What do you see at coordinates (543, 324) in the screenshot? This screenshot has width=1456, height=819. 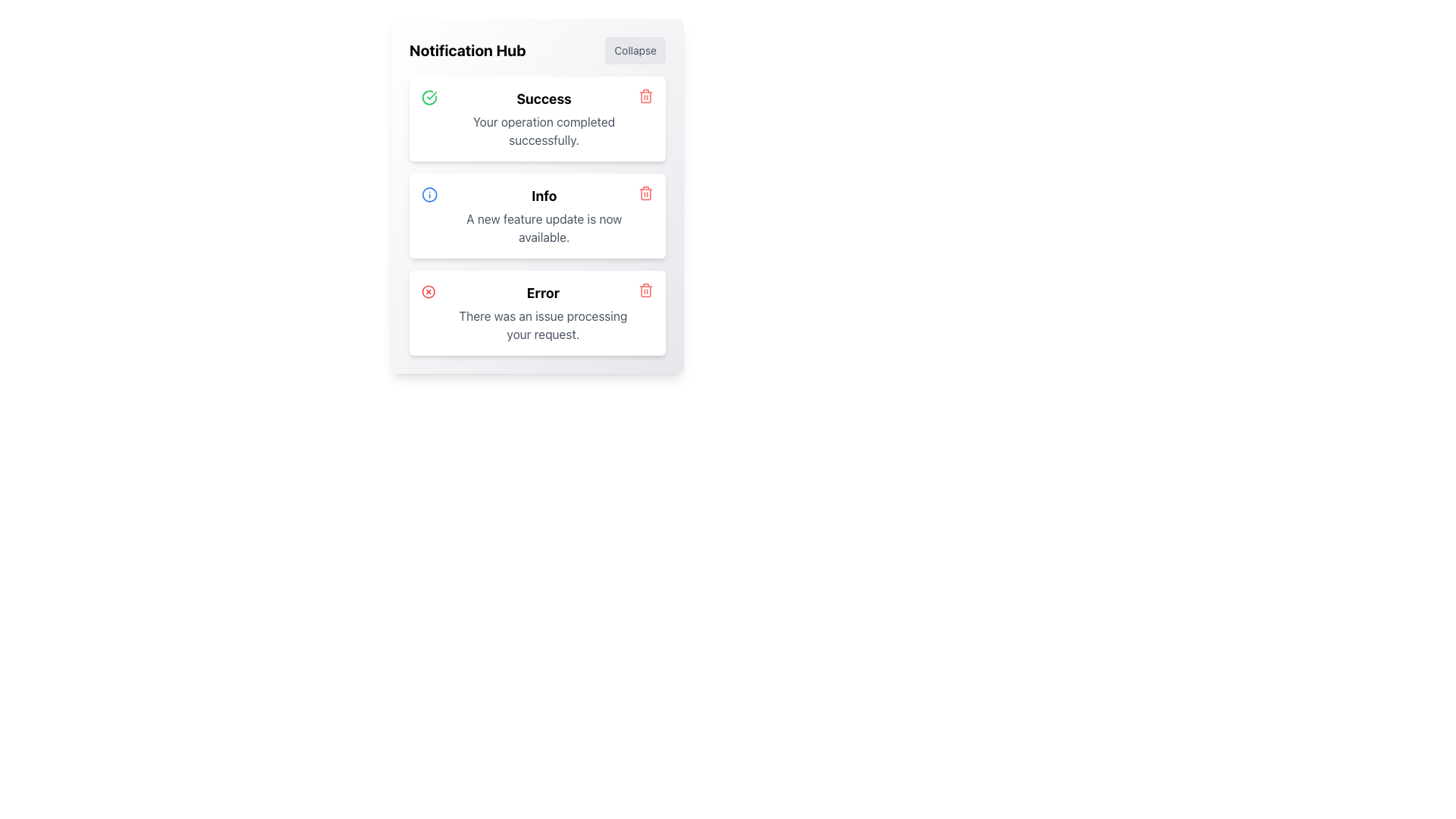 I see `the text label displaying the message 'There was an issue processing your request.' located within the 'Error' notification card` at bounding box center [543, 324].